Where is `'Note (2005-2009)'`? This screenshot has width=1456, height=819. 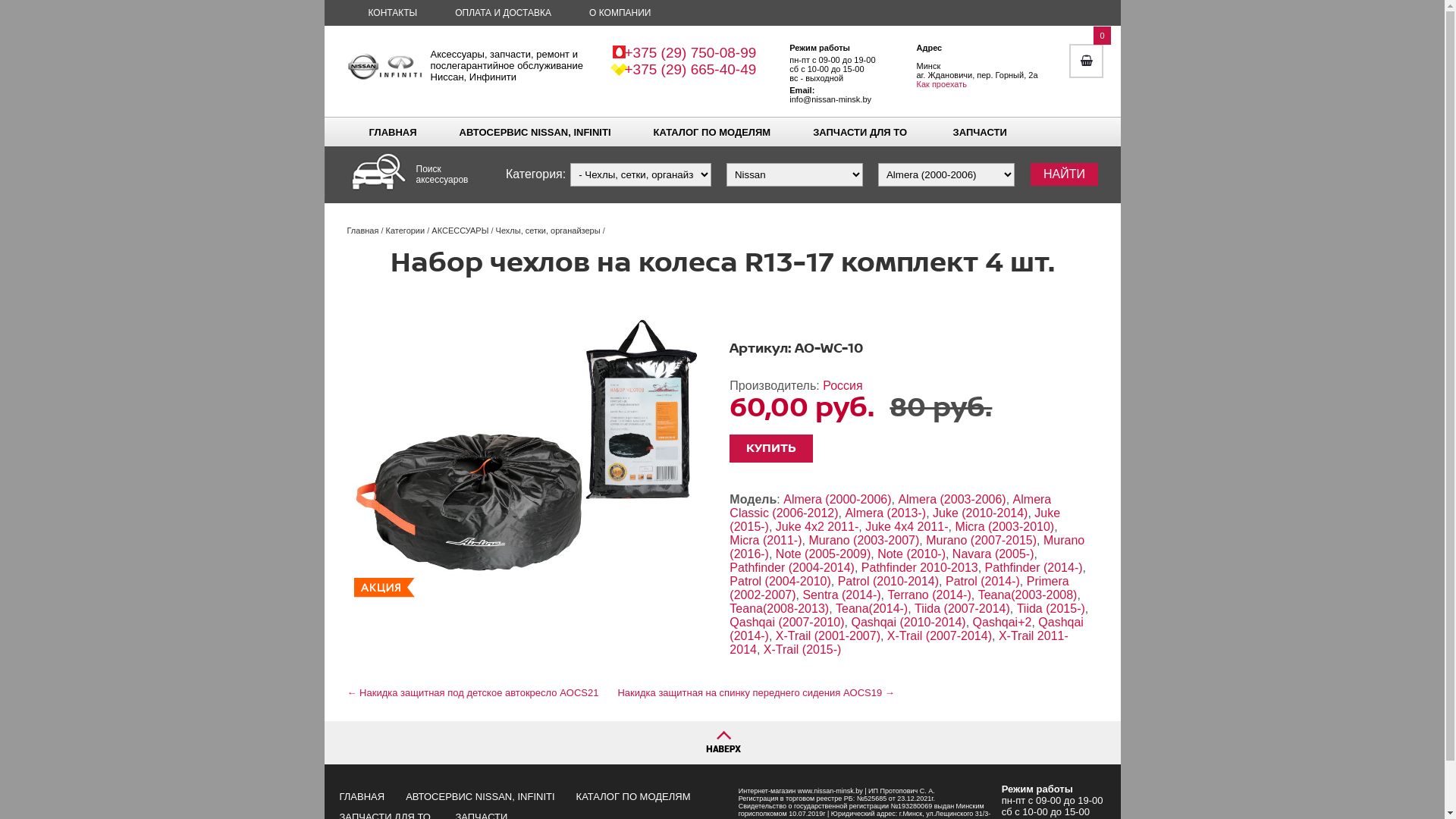 'Note (2005-2009)' is located at coordinates (822, 554).